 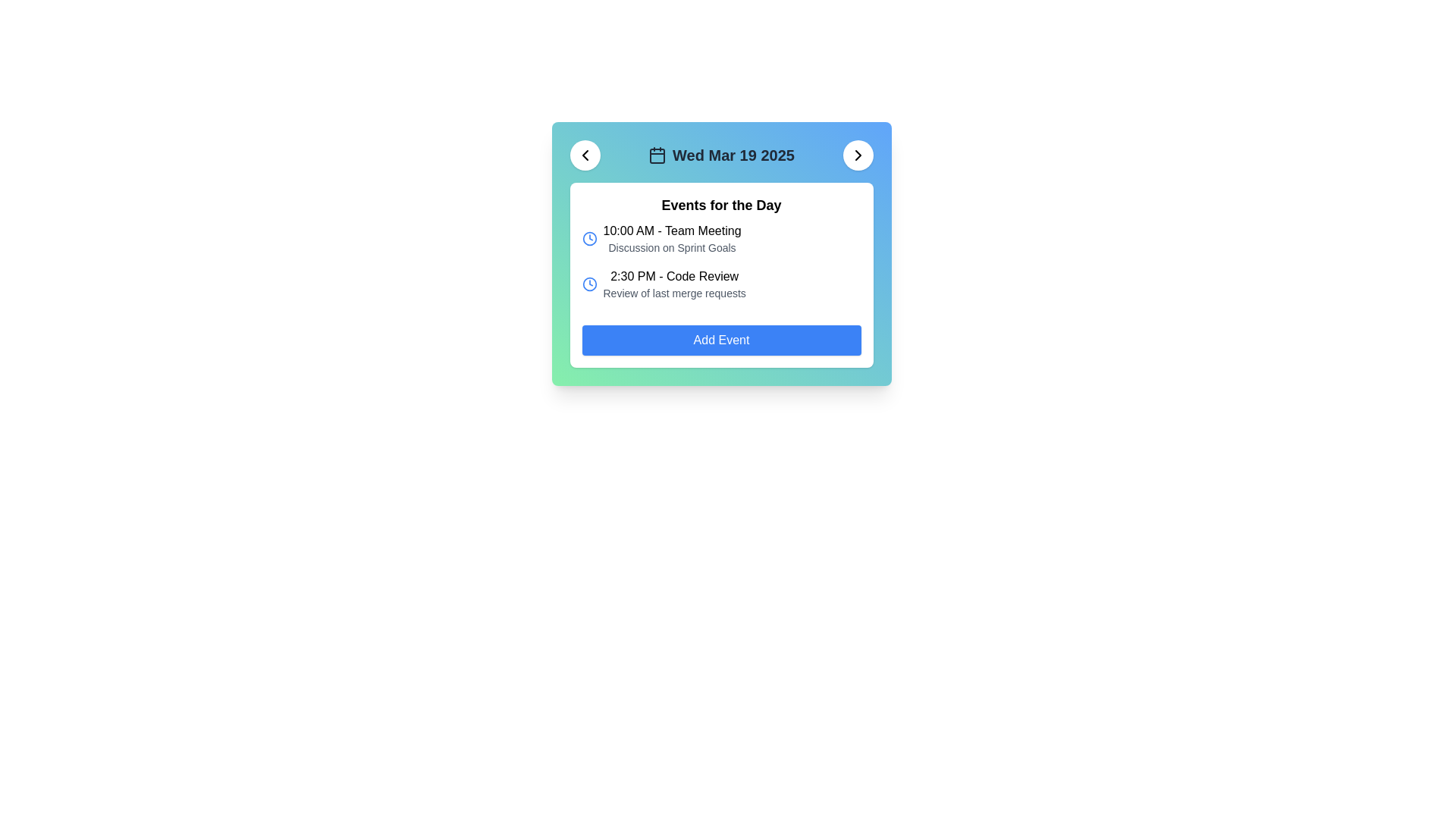 I want to click on the time icon located to the left of the text for the '2:30 PM - Code Review' event under the 'Events for the Day' heading, so click(x=588, y=284).